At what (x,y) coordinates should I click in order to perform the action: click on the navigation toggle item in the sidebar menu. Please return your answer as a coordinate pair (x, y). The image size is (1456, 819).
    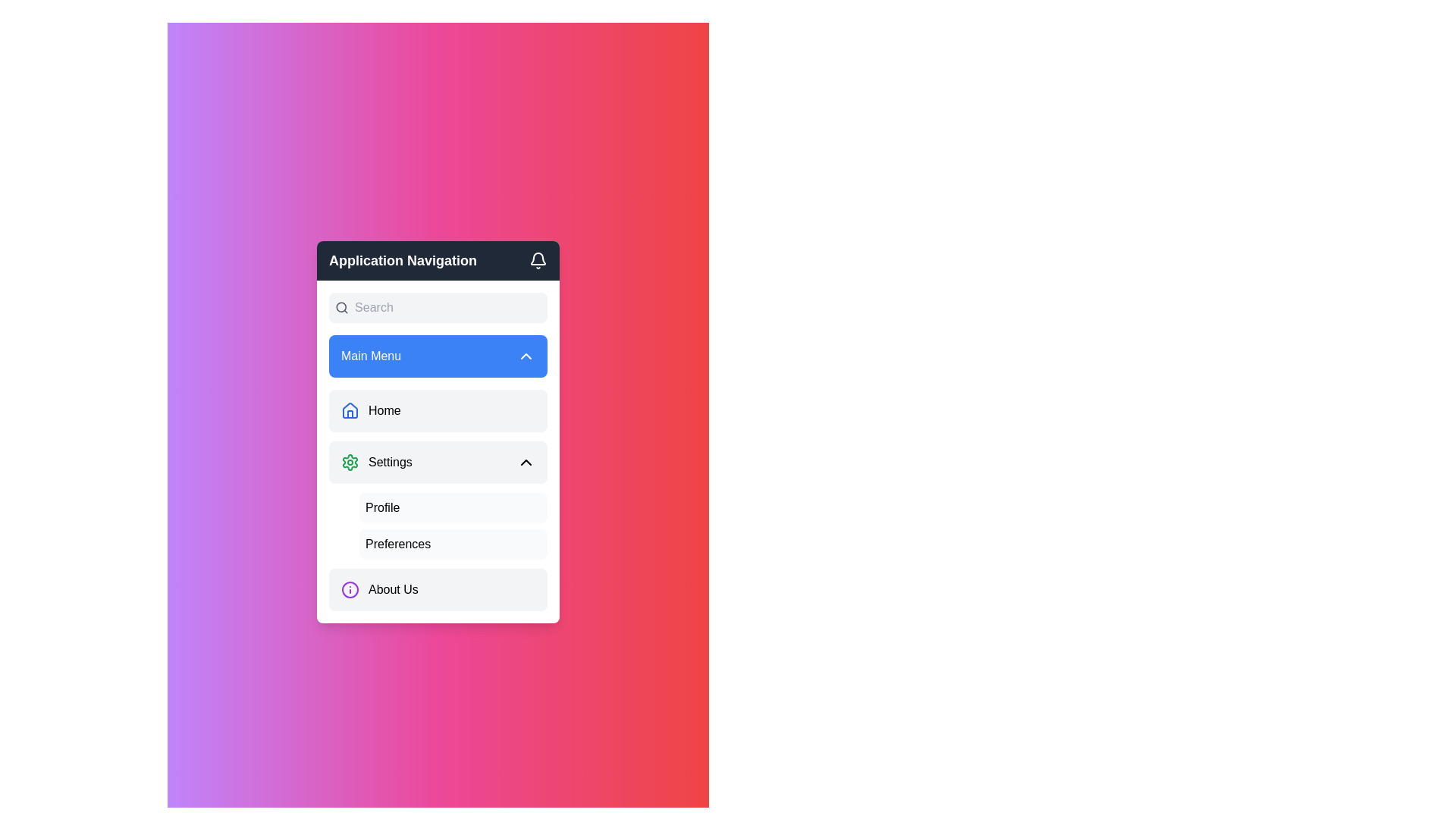
    Looking at the image, I should click on (437, 461).